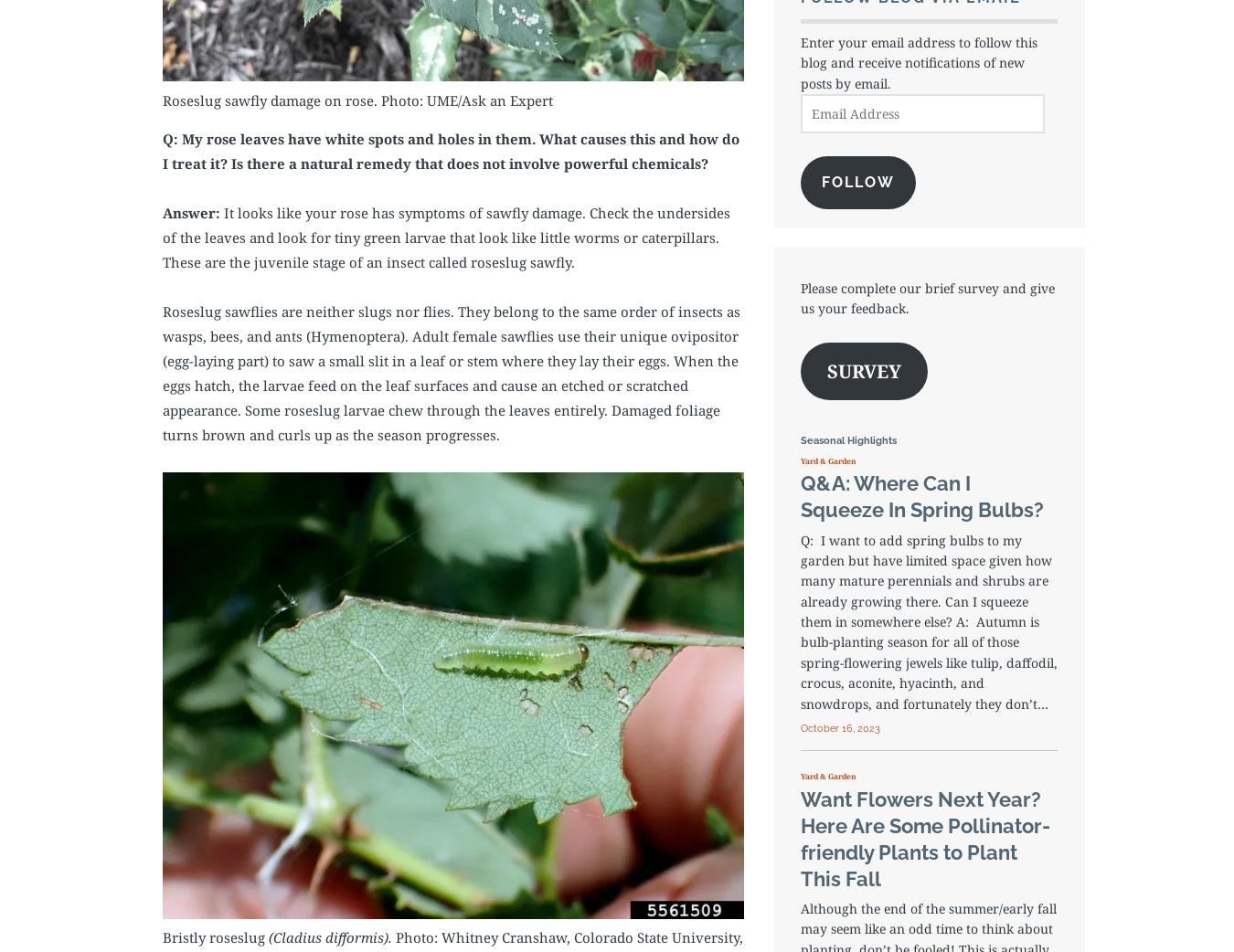 Image resolution: width=1234 pixels, height=952 pixels. I want to click on 'Roseslug sawflies are neither slugs nor flies. They belong to the same order of insects as wasps, bees, and ants (Hymenoptera). Adult female sawflies use their unique ovipositor (egg-laying part) to saw a small slit in a leaf or stem where they lay their eggs. When the eggs hatch, the larvae feed on the leaf surfaces and cause an etched or scratched appearance. Some roseslug larvae chew through the leaves entirely. Damaged foliage turns brown and curls up as the season progresses.', so click(450, 371).